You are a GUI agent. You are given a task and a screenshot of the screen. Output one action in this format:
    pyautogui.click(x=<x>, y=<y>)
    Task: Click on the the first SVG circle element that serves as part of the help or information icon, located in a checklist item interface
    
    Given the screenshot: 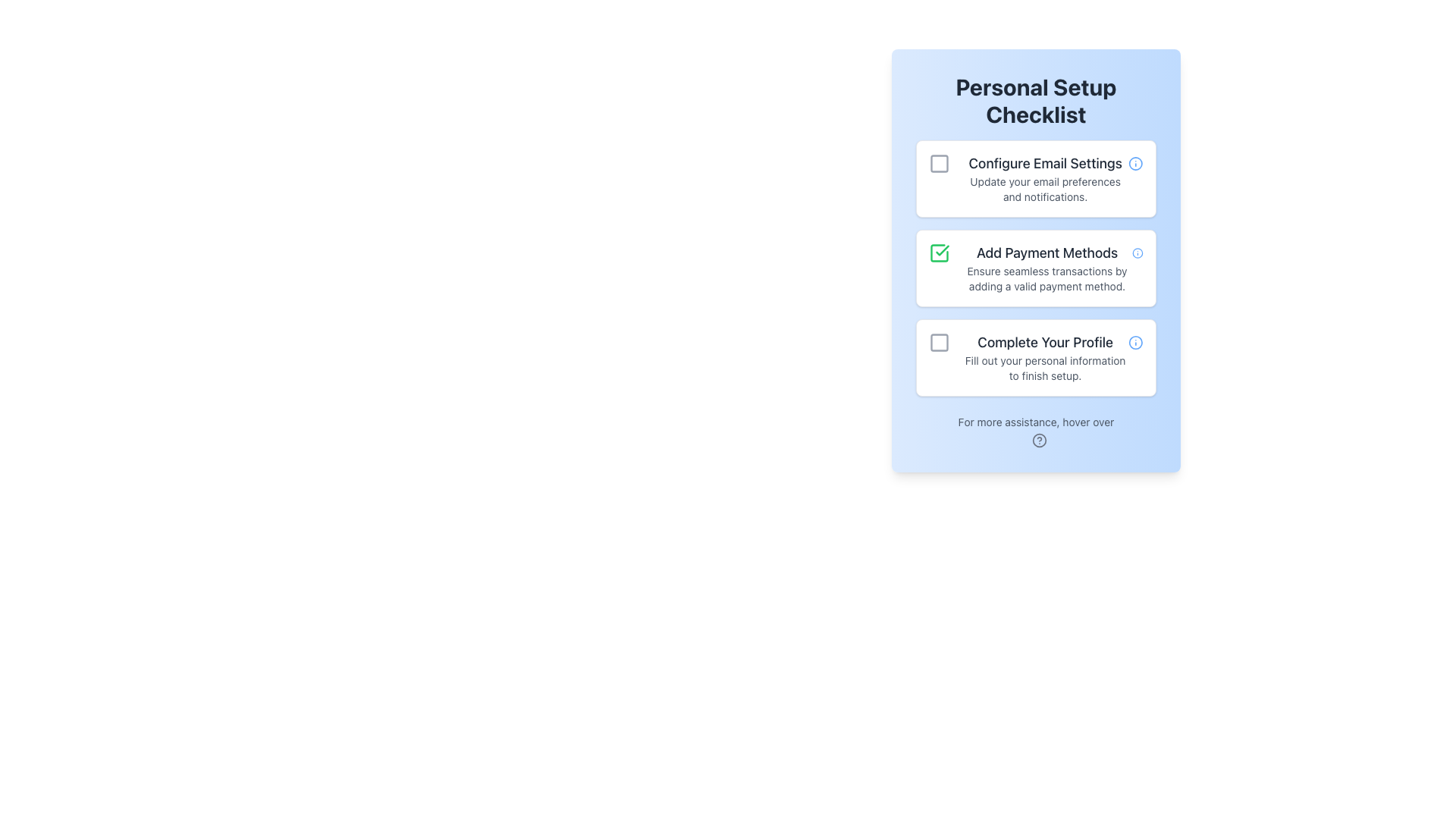 What is the action you would take?
    pyautogui.click(x=1038, y=440)
    